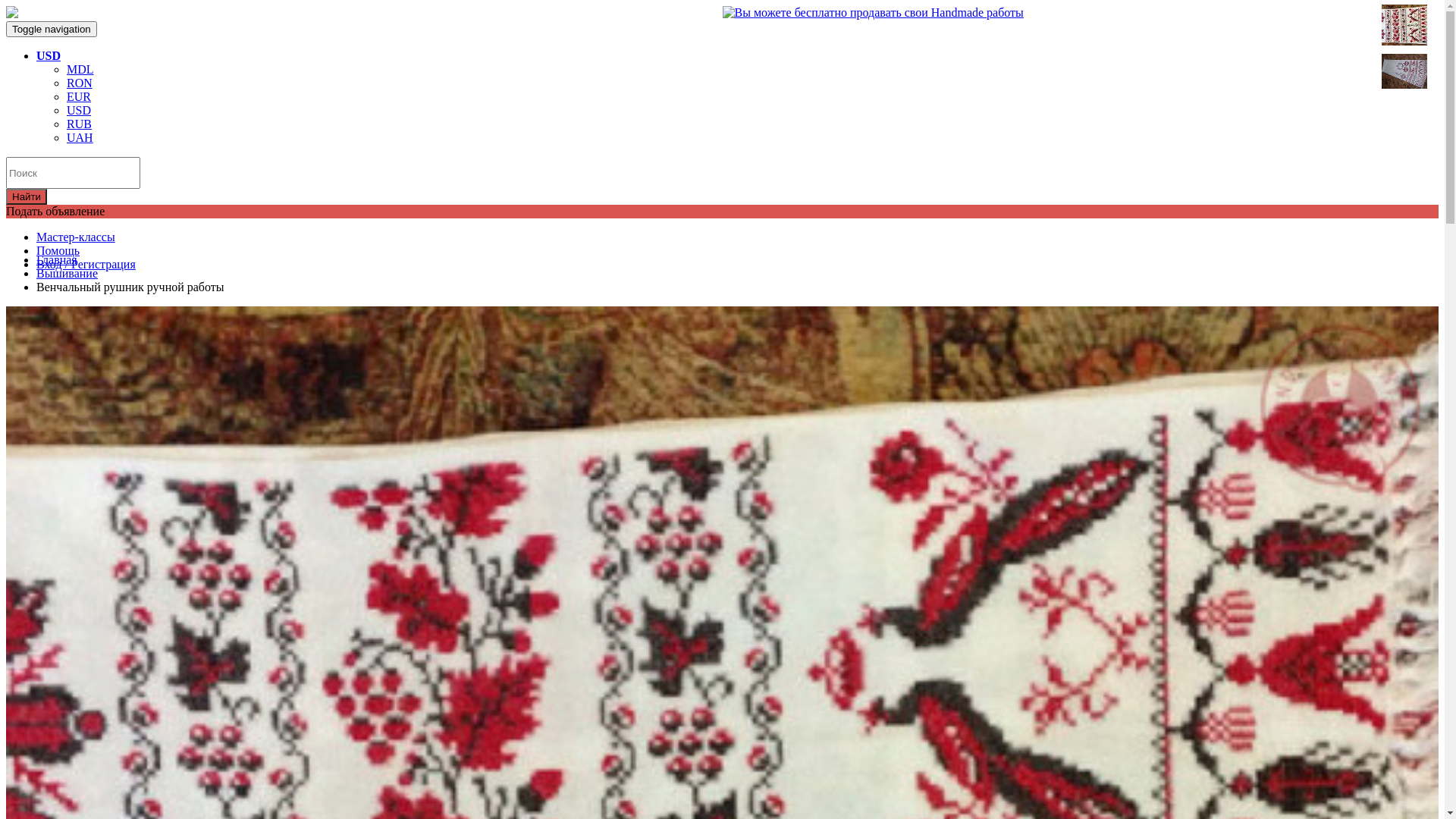  I want to click on 'MDL', so click(79, 69).